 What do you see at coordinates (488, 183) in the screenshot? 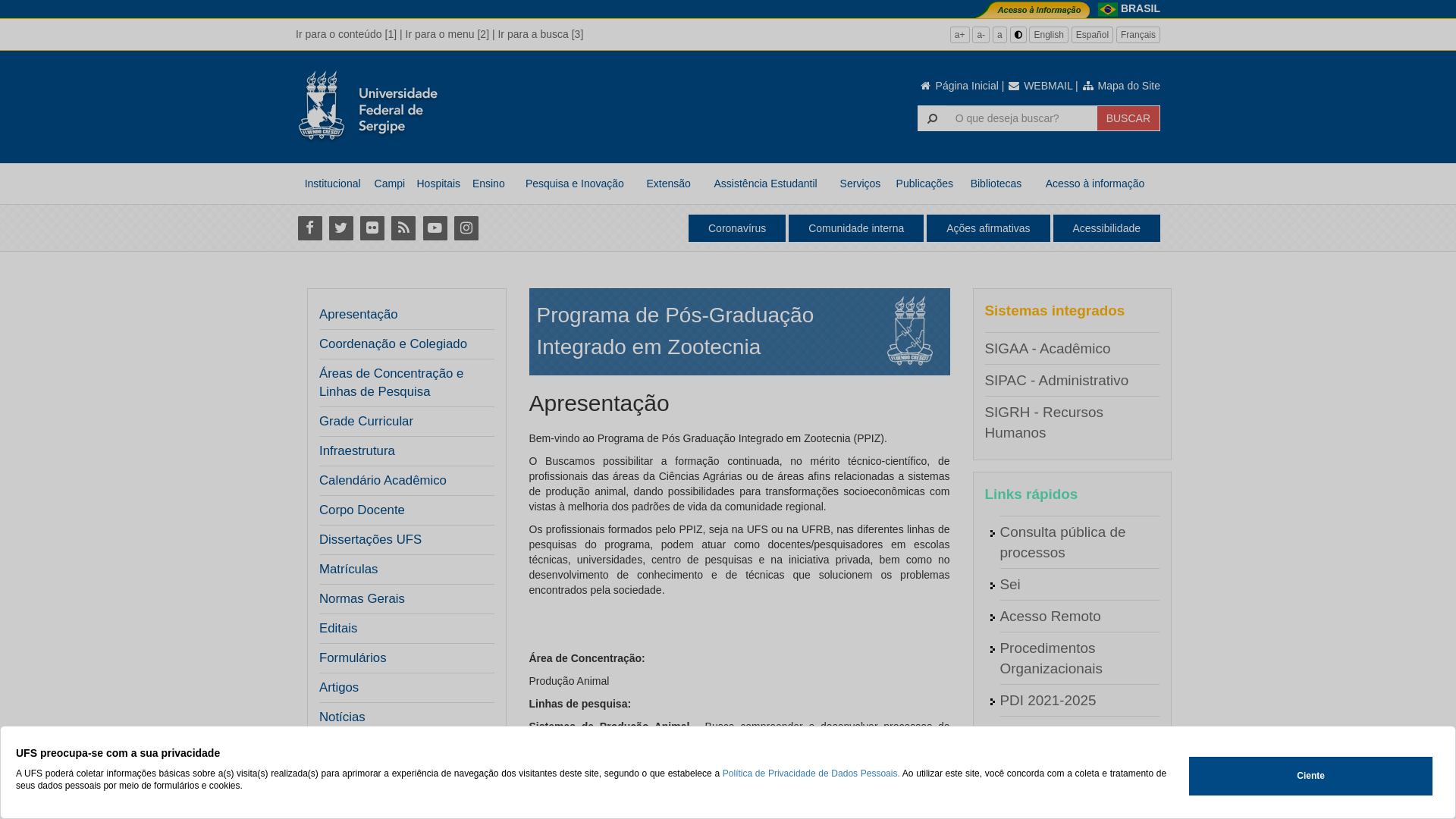
I see `'Ensino'` at bounding box center [488, 183].